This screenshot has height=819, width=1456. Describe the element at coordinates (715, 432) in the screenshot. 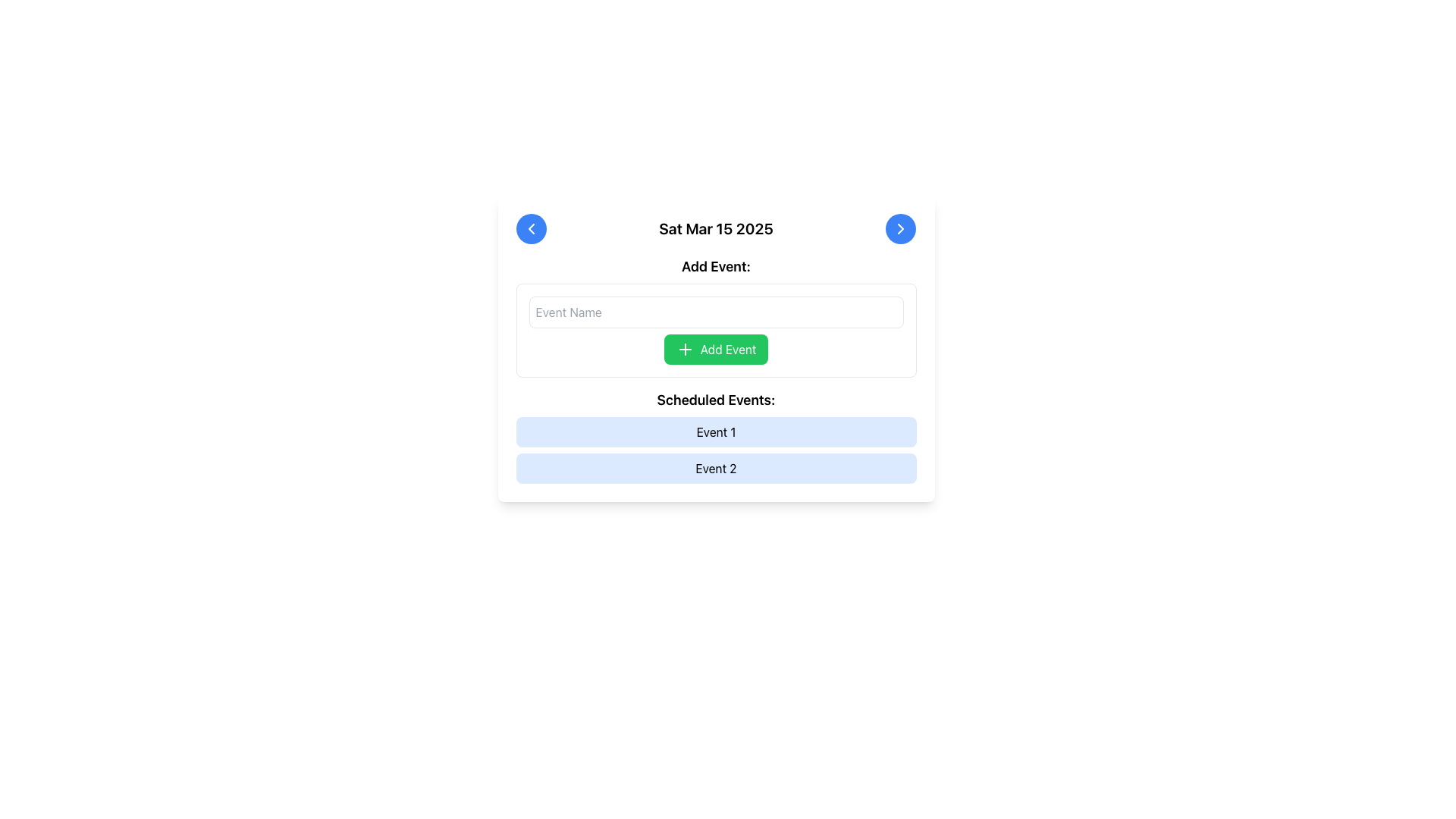

I see `the static text display representing the first scheduled event, which is located below the 'Scheduled Events:' label and above 'Event 2'` at that location.